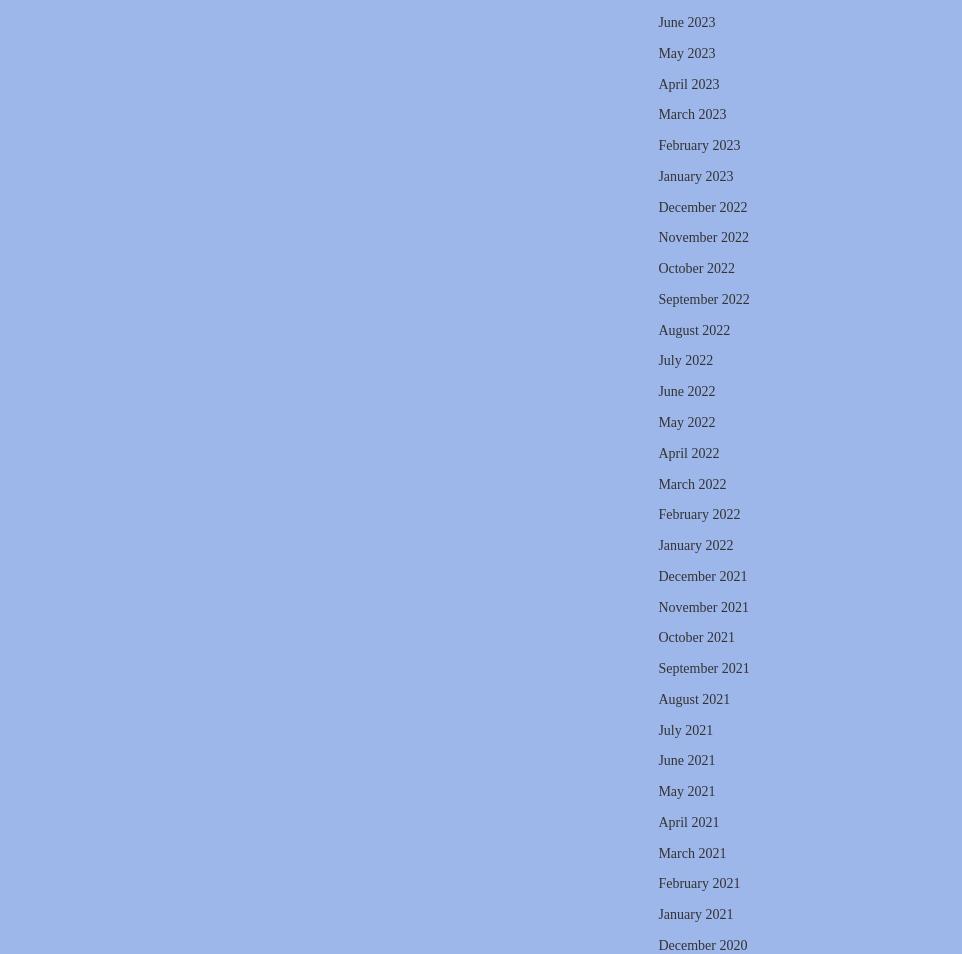 Image resolution: width=962 pixels, height=954 pixels. I want to click on 'April 2021', so click(687, 821).